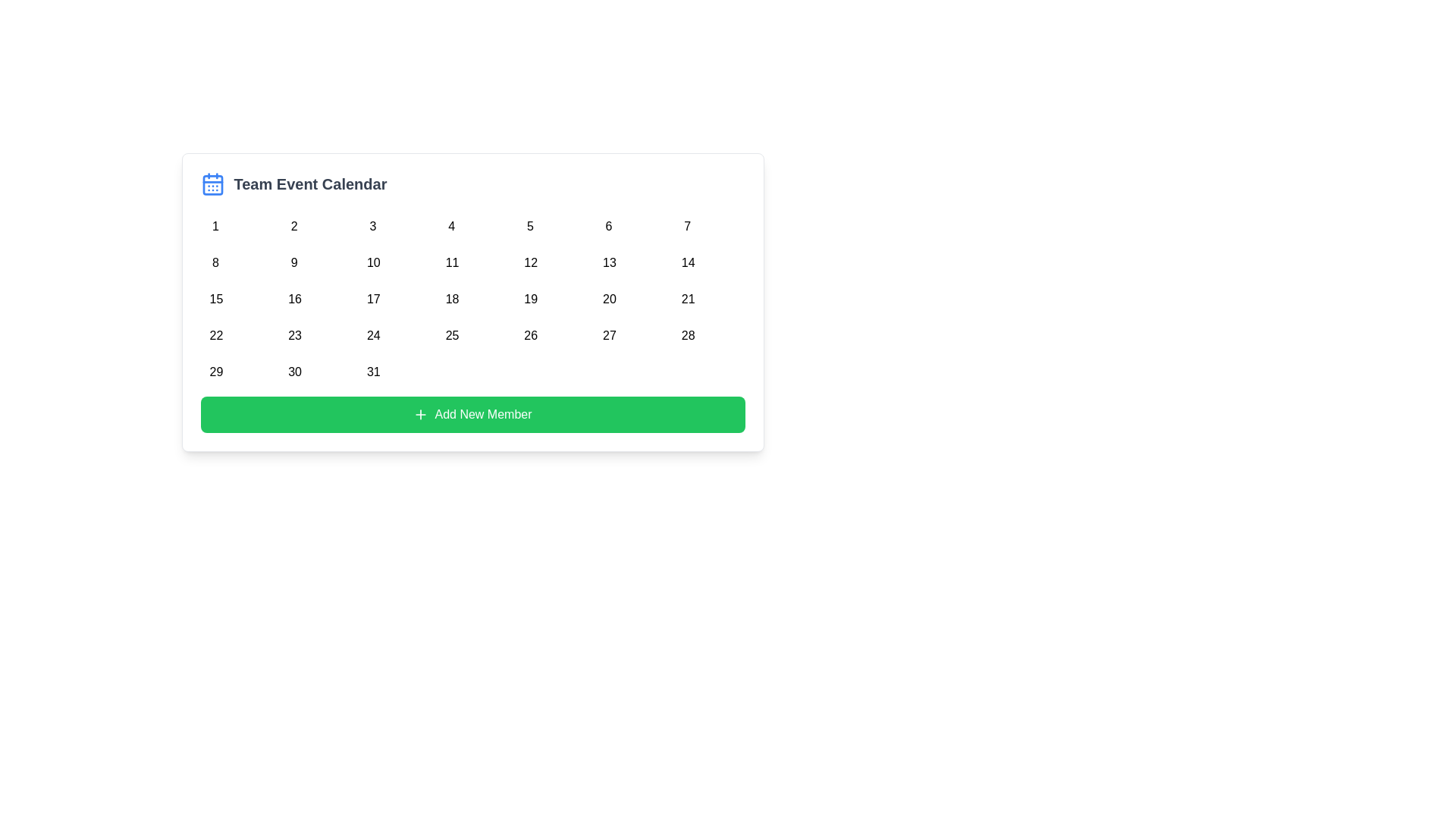  I want to click on the button representing the 25th day in the Team Event Calendar, so click(450, 332).